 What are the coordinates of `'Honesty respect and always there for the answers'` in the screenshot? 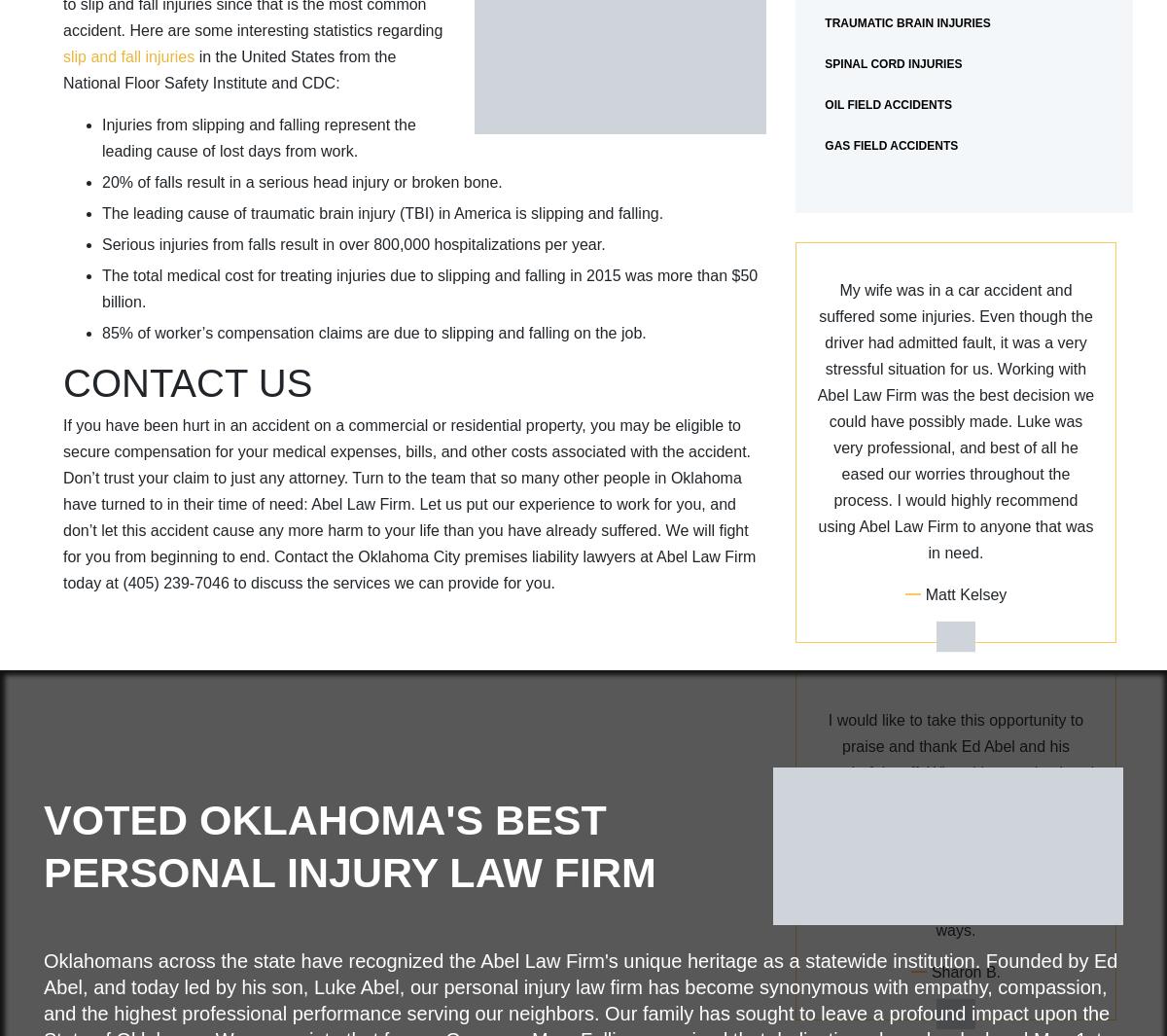 It's located at (955, 531).